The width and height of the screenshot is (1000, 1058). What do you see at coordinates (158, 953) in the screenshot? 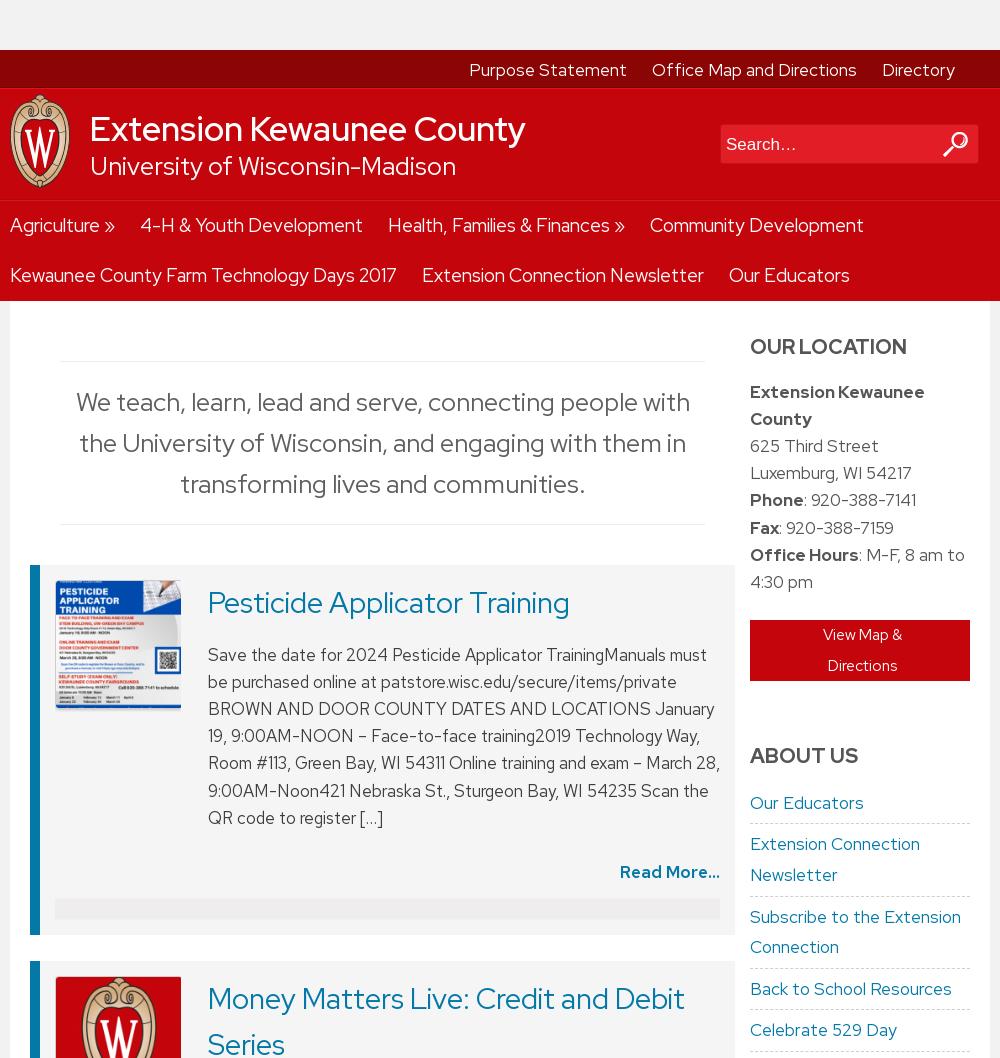
I see `'.'` at bounding box center [158, 953].